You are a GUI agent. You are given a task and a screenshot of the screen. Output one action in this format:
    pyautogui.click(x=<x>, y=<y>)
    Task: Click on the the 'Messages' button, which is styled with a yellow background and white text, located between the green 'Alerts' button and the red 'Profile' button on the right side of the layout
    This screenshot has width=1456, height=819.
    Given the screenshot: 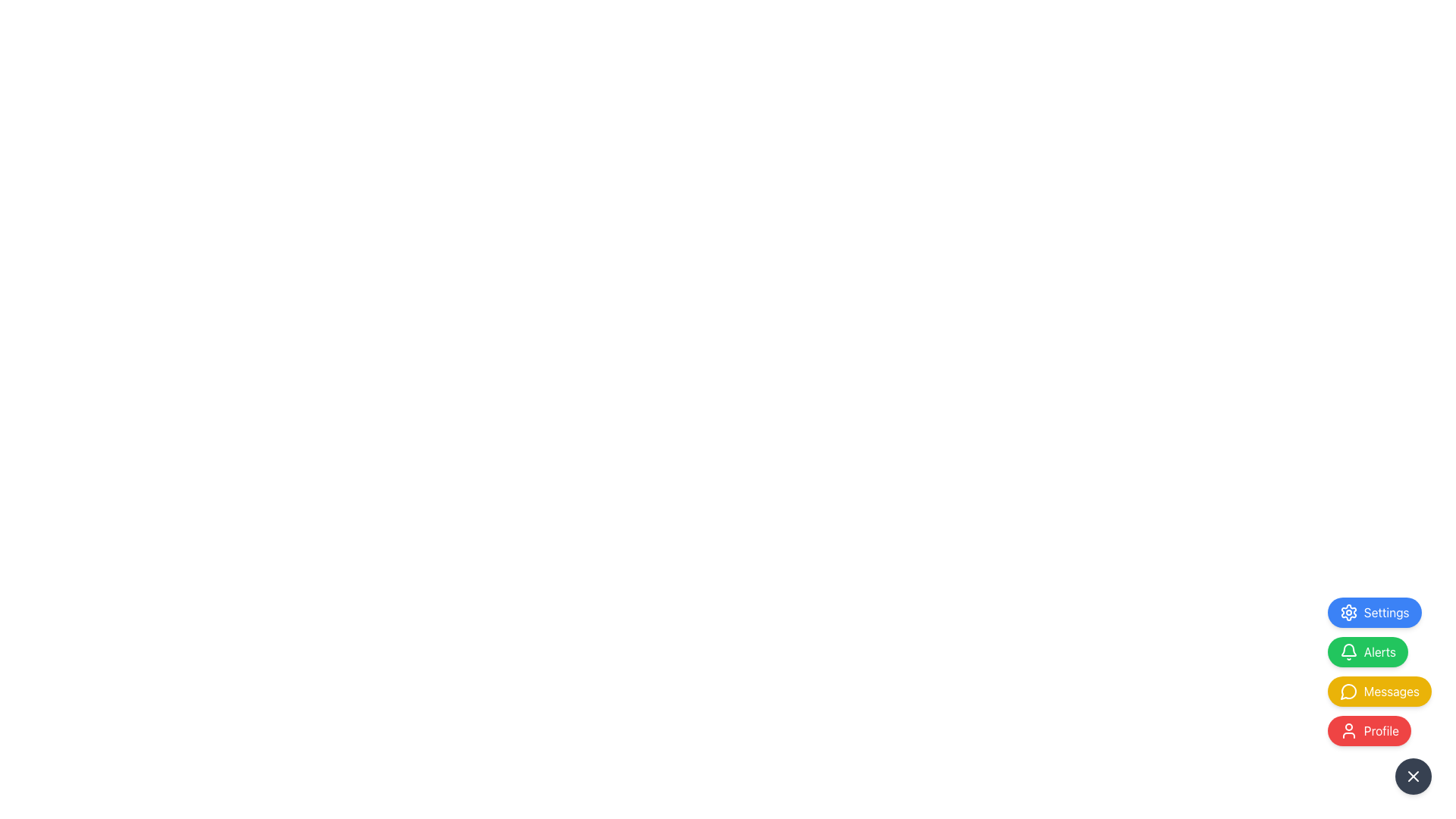 What is the action you would take?
    pyautogui.click(x=1379, y=691)
    